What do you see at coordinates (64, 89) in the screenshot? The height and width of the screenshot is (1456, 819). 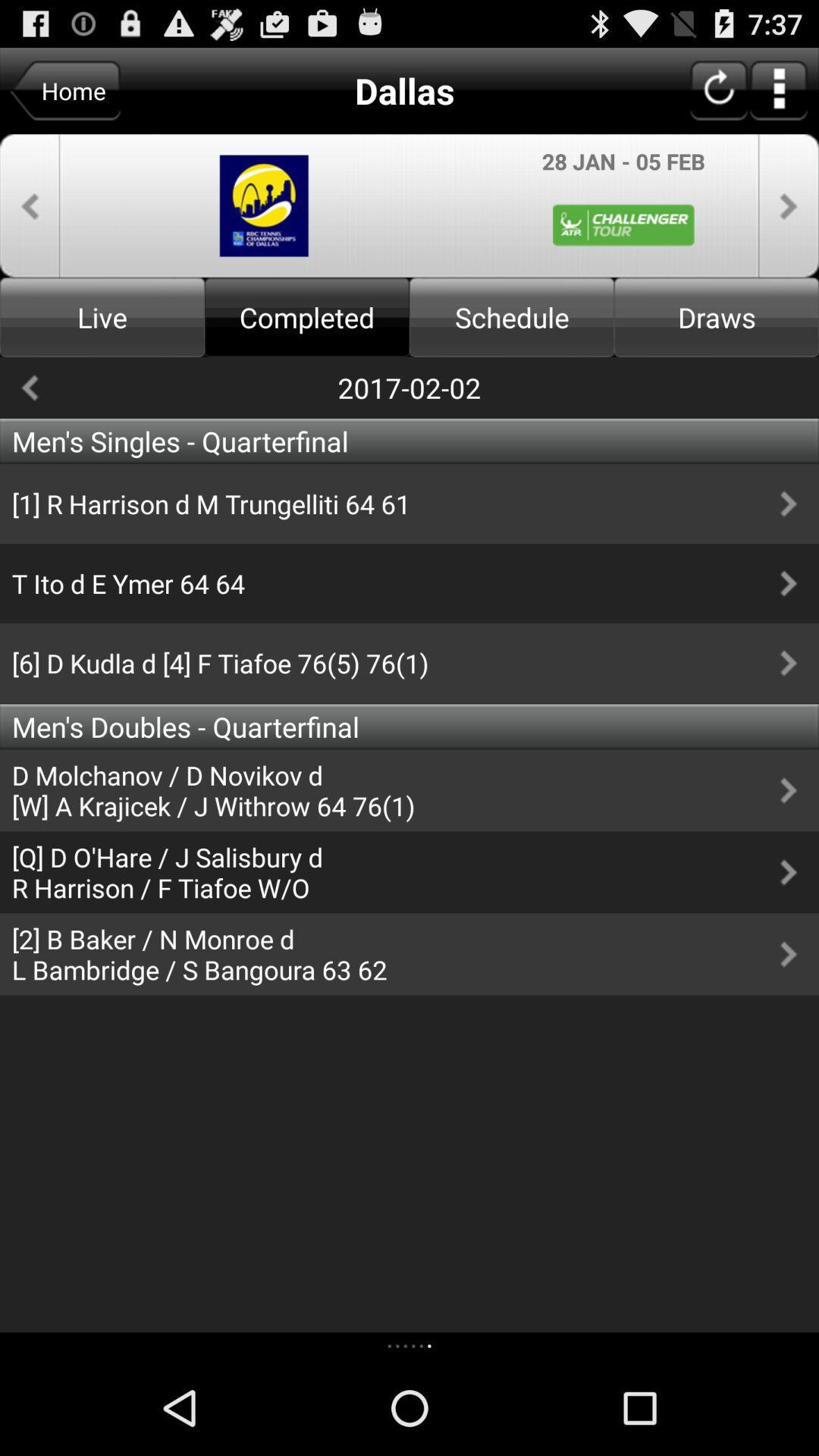 I see `the home button` at bounding box center [64, 89].